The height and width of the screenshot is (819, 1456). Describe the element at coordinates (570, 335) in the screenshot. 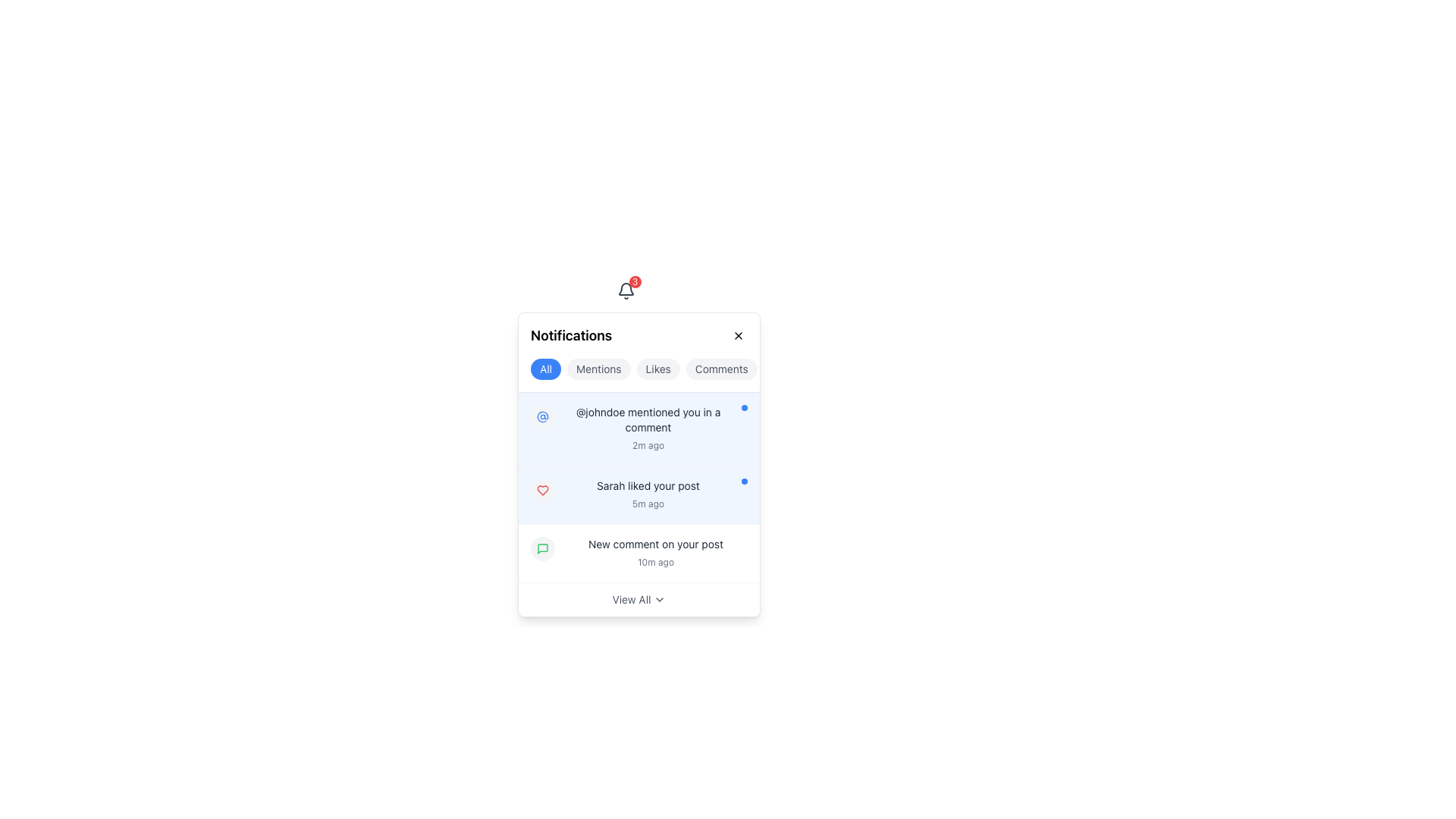

I see `the 'Notifications' text label, which is a bold heading located at the top of a dropdown panel, centered above interactive menu options` at that location.